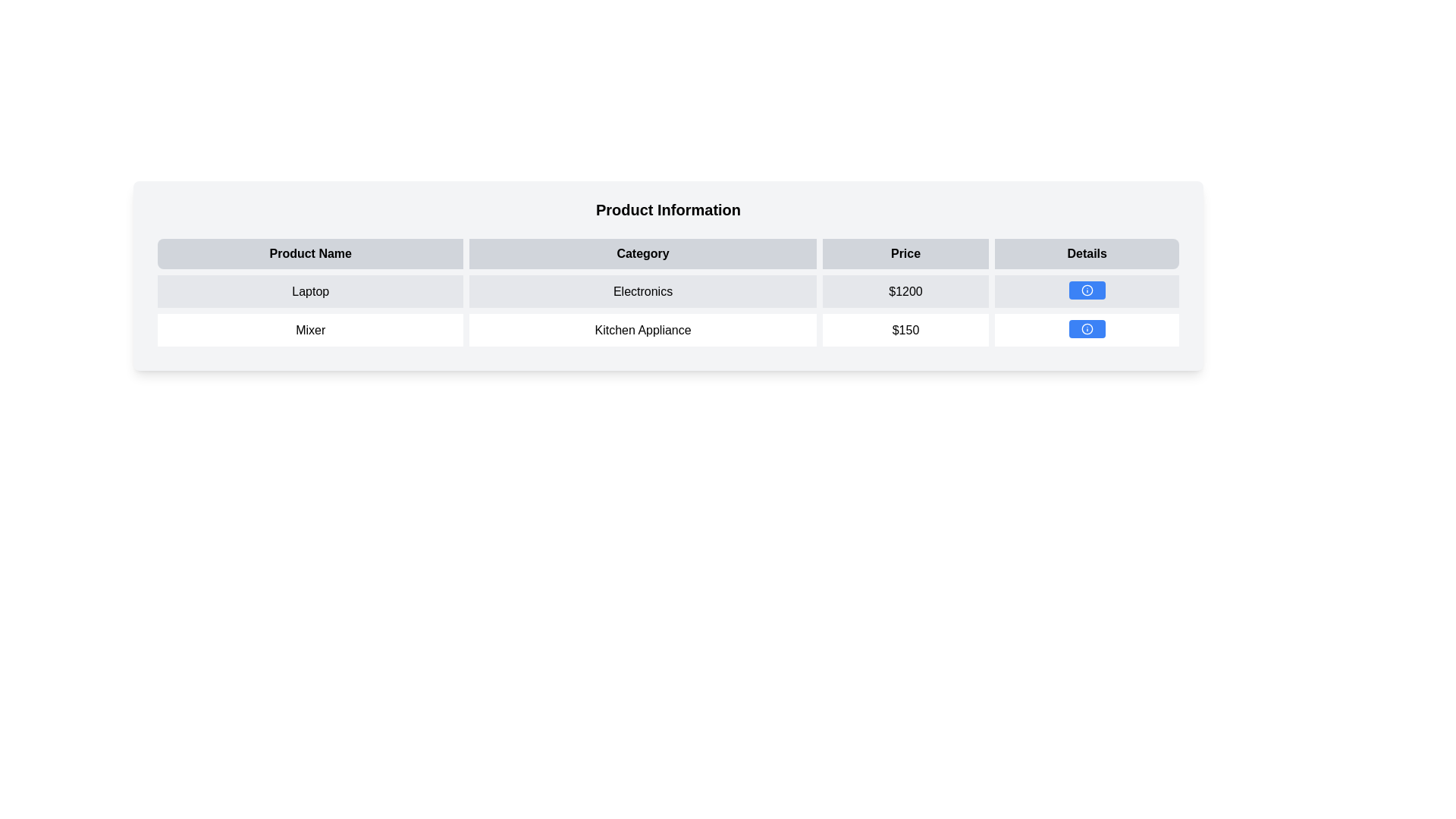 Image resolution: width=1456 pixels, height=819 pixels. I want to click on the first row in the product information table that contains 'Laptop', 'Electronics', and '$1200', so click(667, 291).